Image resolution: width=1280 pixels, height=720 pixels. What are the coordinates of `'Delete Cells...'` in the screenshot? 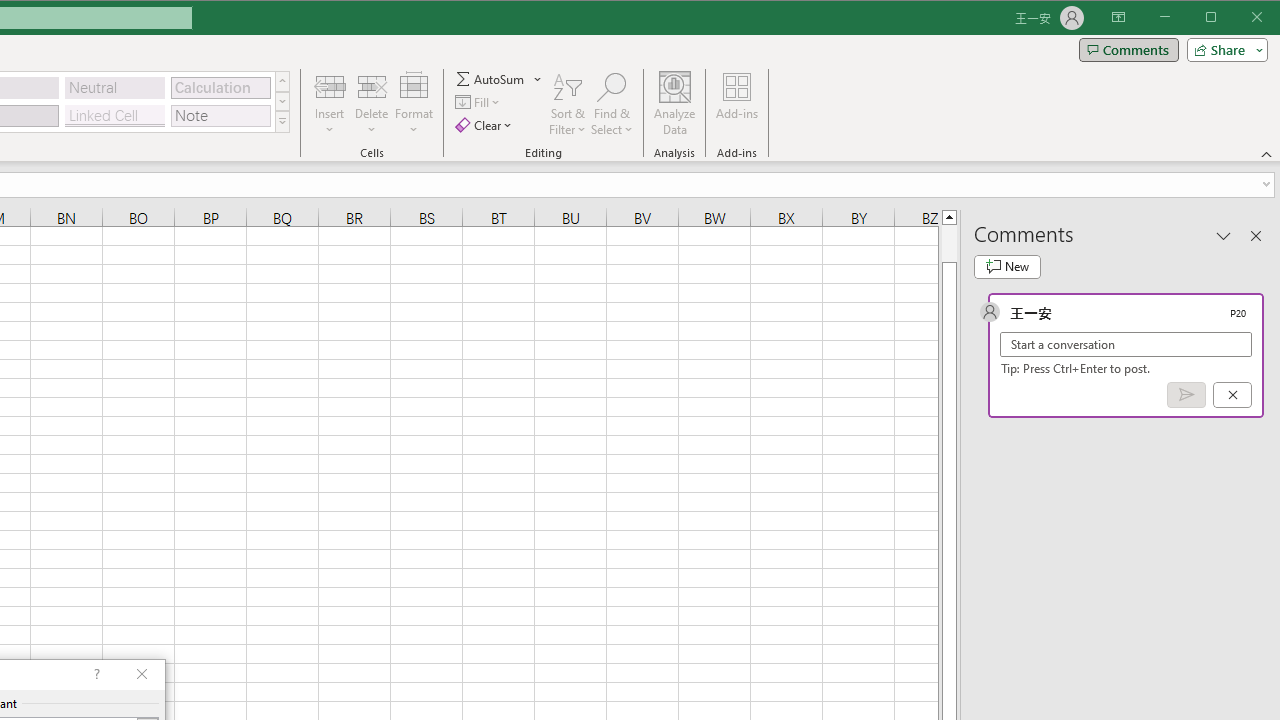 It's located at (371, 85).